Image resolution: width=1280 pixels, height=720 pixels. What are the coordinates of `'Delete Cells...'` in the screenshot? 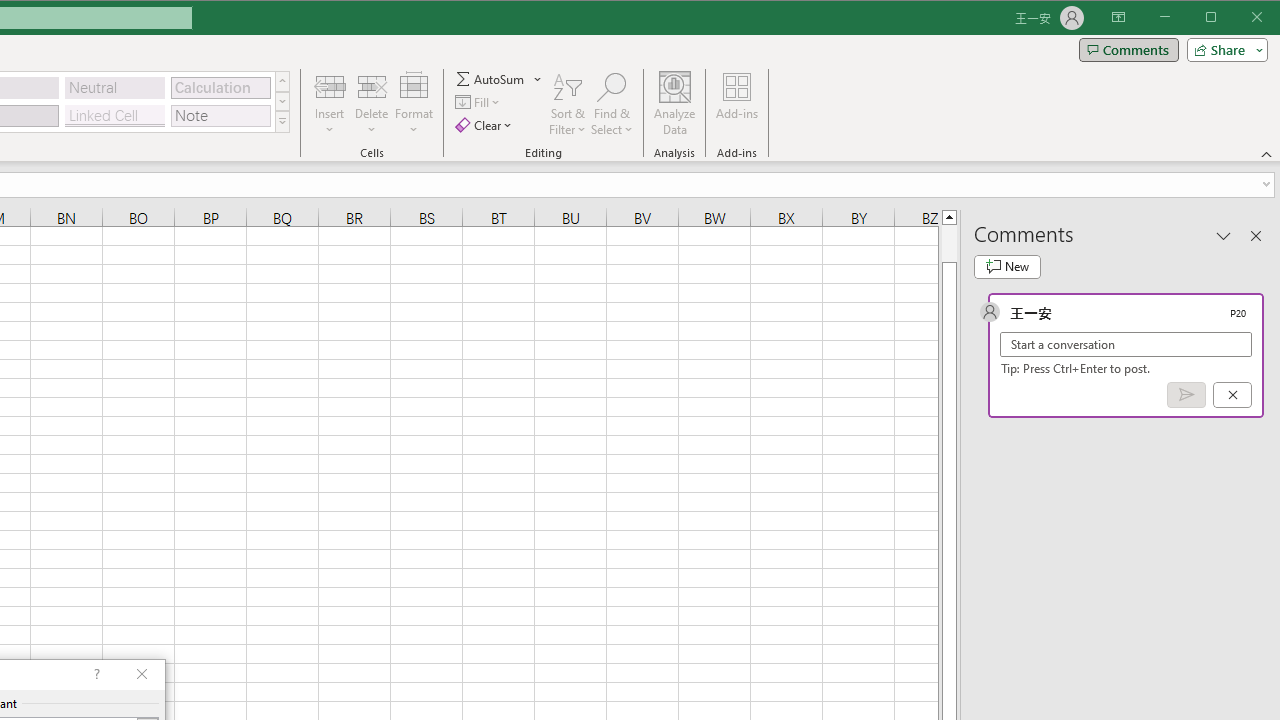 It's located at (371, 85).